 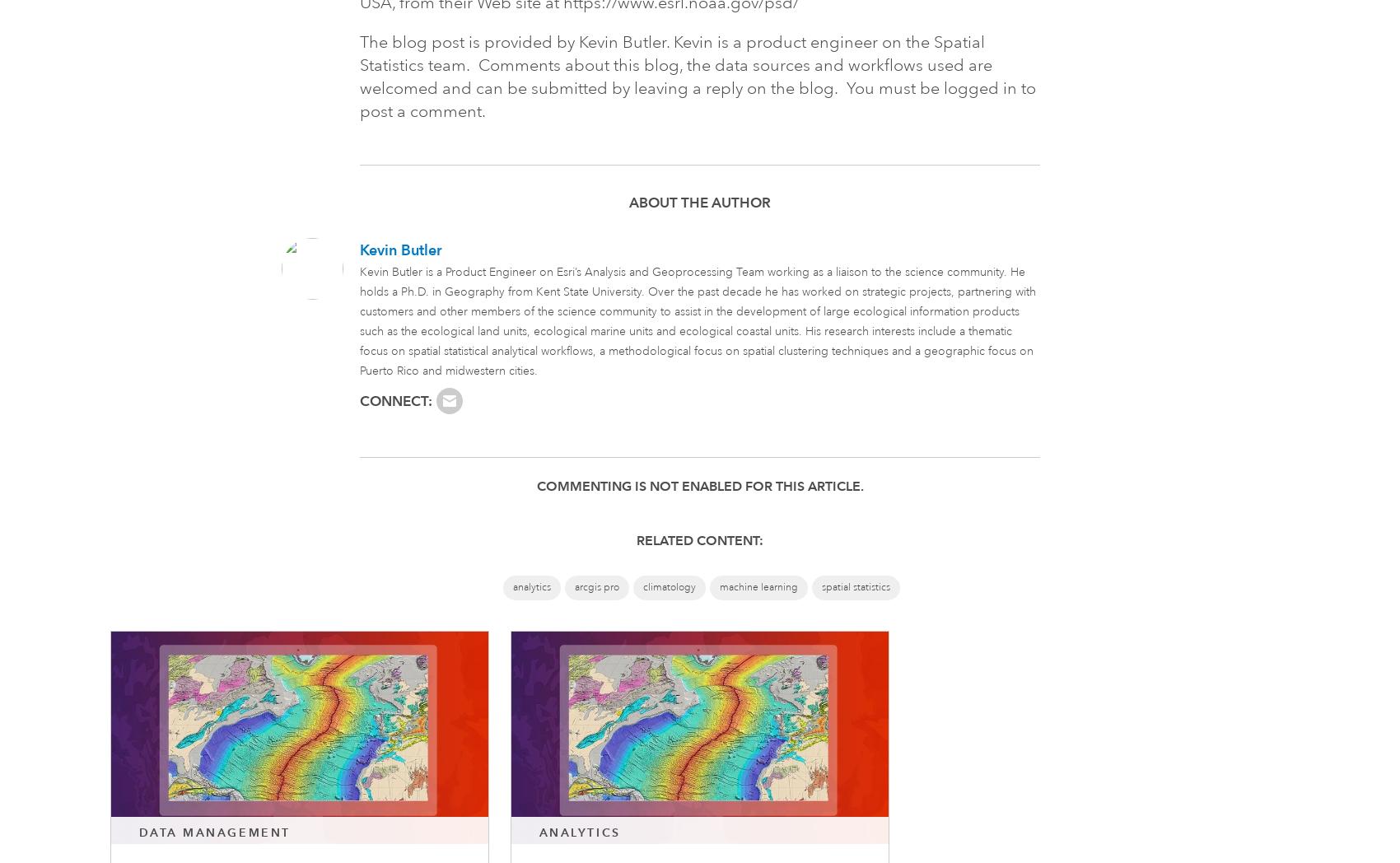 What do you see at coordinates (575, 585) in the screenshot?
I see `'arcgis pro'` at bounding box center [575, 585].